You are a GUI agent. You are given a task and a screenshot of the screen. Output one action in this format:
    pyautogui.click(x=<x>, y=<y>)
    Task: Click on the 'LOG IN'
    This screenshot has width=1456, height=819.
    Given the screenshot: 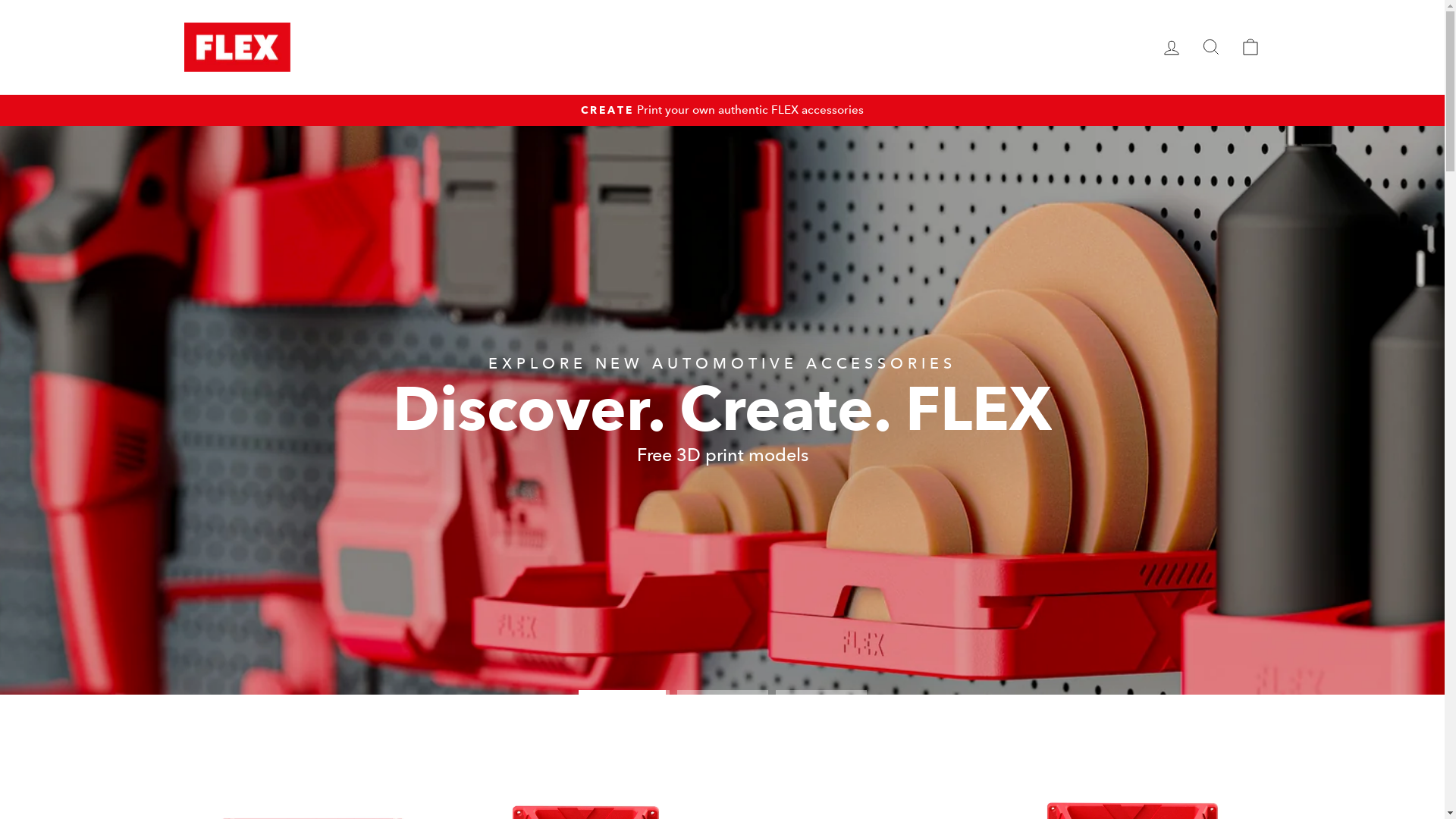 What is the action you would take?
    pyautogui.click(x=1150, y=46)
    